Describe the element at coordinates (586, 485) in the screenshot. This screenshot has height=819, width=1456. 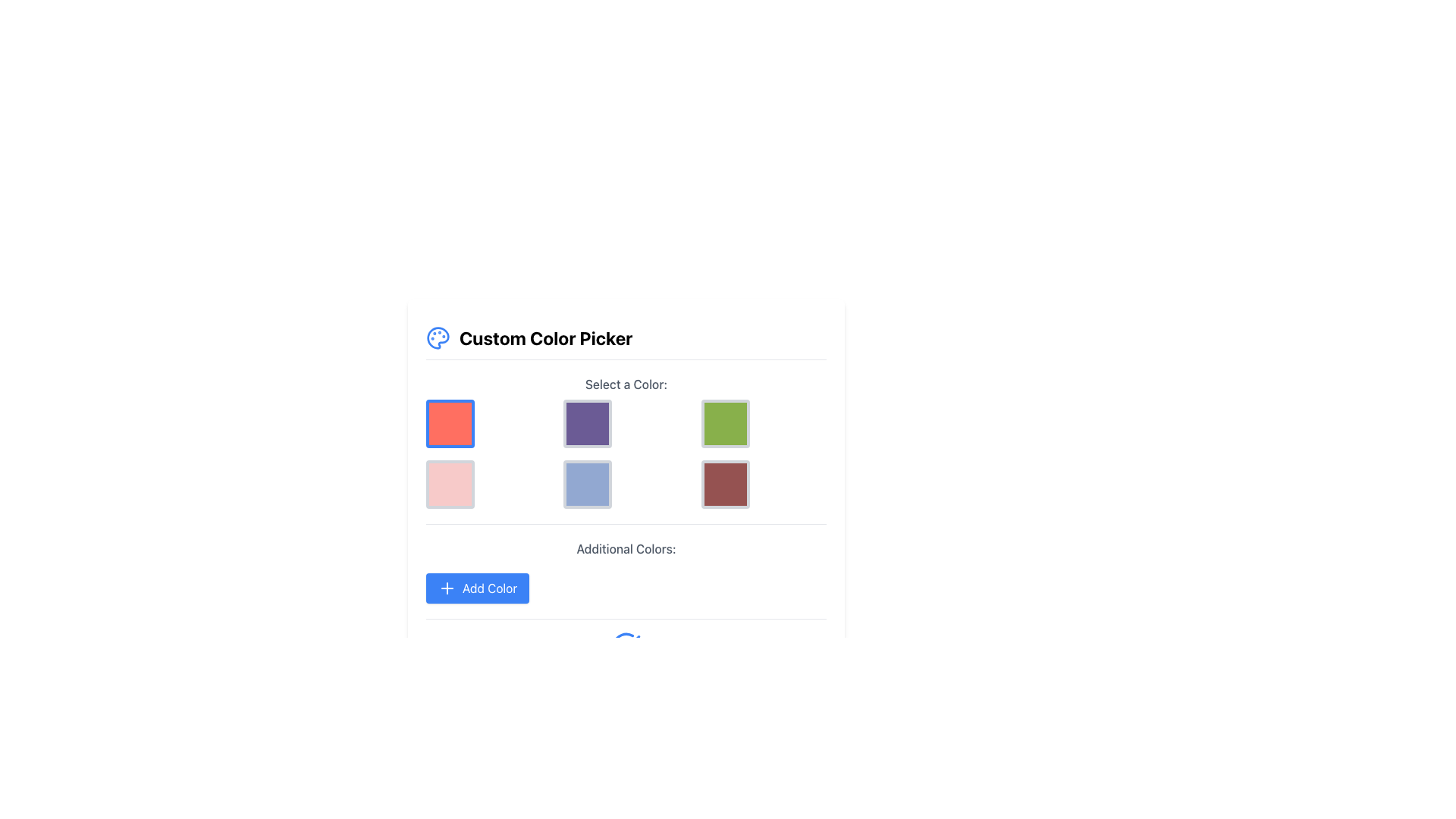
I see `the light indigo button in the center column of the second row in the 'Select a Color' grid` at that location.